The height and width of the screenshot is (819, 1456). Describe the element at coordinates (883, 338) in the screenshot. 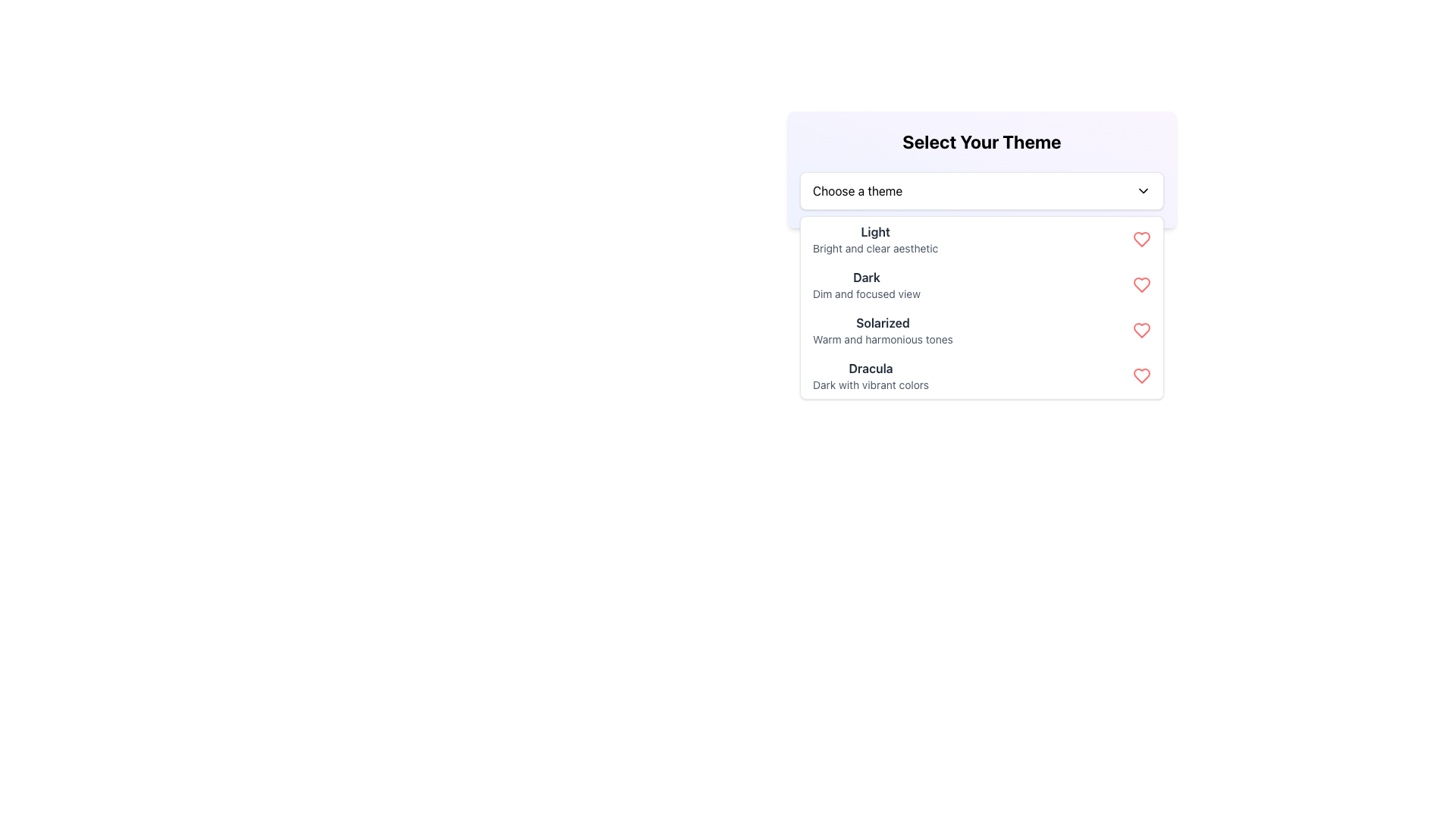

I see `the descriptive text label for the 'Solarized' theme which provides context about the visual style associated with this theme` at that location.